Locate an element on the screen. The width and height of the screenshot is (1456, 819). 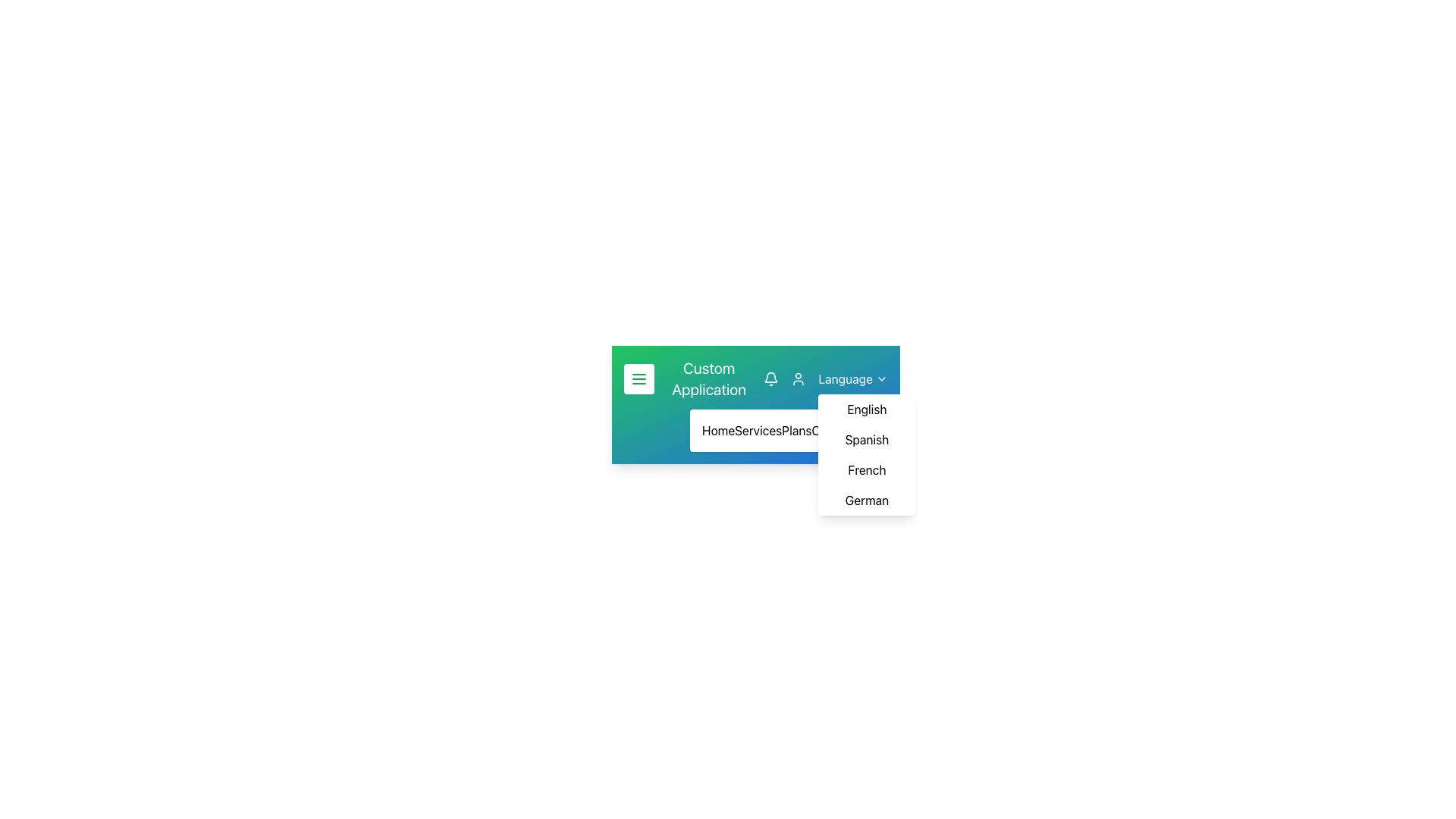
blue-colored text label displaying 'Language' located in the header section, positioned to the left of a dropdown control with a Chevron icon is located at coordinates (845, 378).